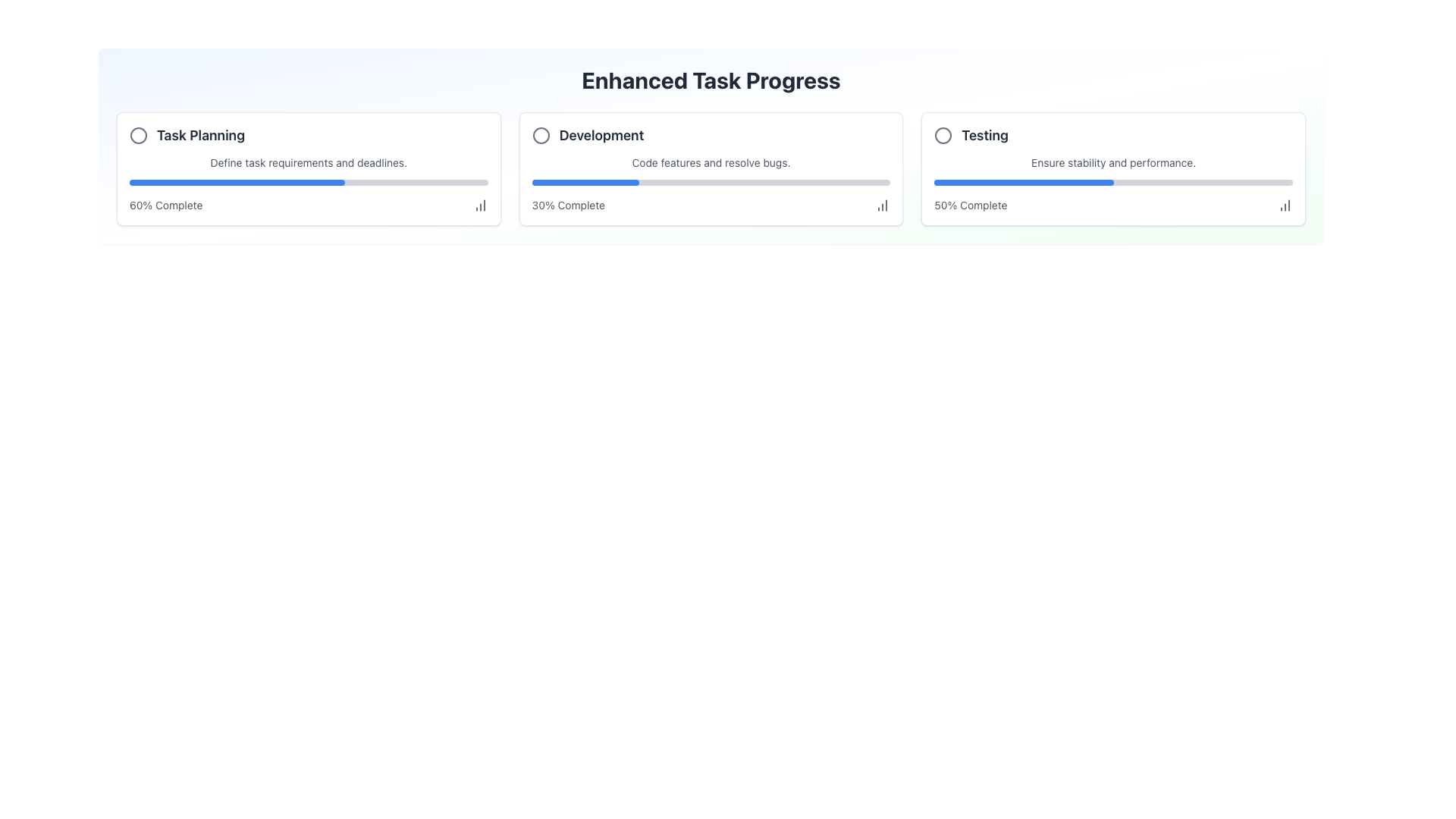  What do you see at coordinates (710, 163) in the screenshot?
I see `the static text that reads 'Code features and resolve bugs.' which is located within the 'Development' card, positioned below the heading and above a blue progress bar` at bounding box center [710, 163].